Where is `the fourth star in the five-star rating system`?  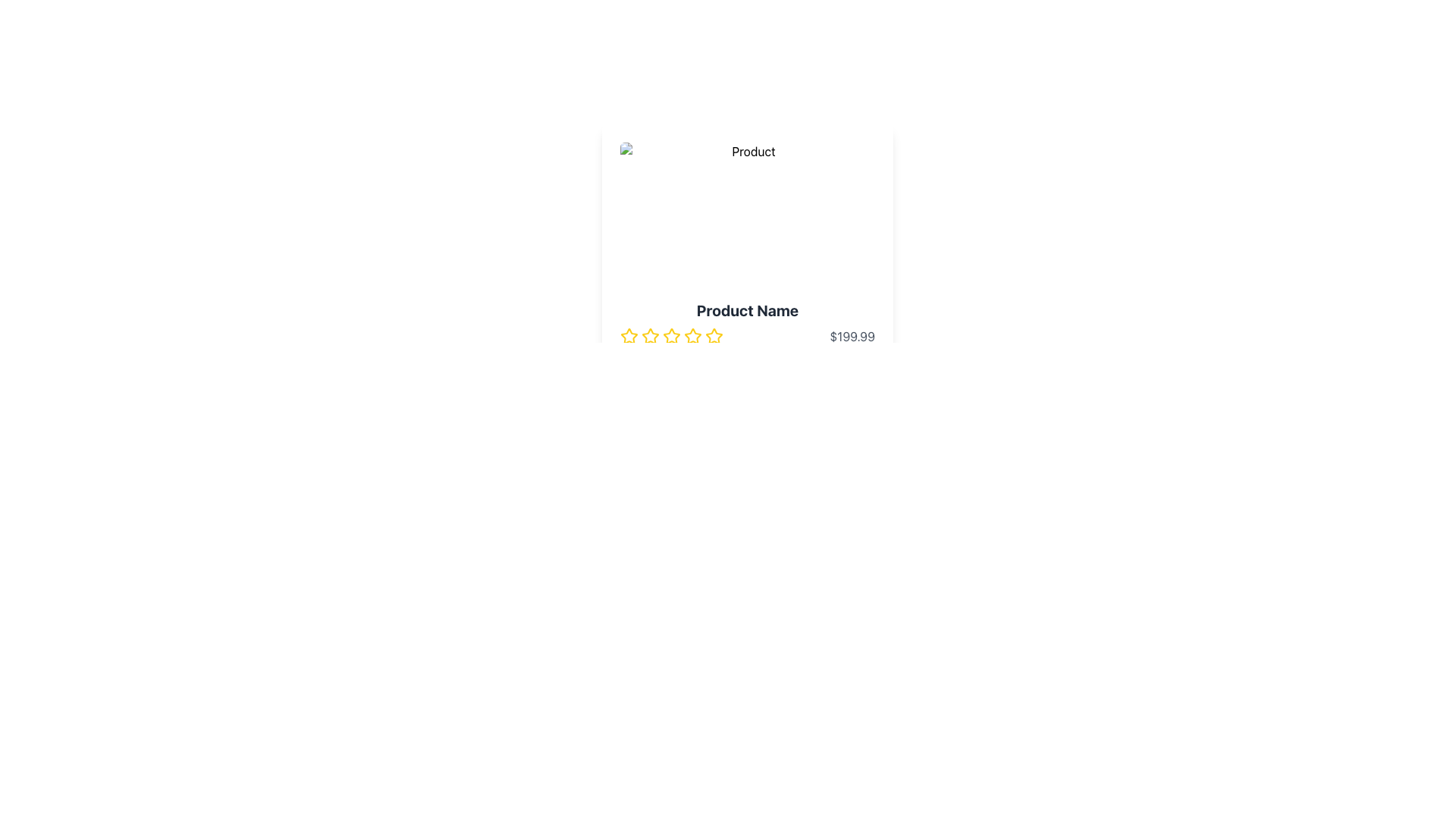 the fourth star in the five-star rating system is located at coordinates (671, 335).